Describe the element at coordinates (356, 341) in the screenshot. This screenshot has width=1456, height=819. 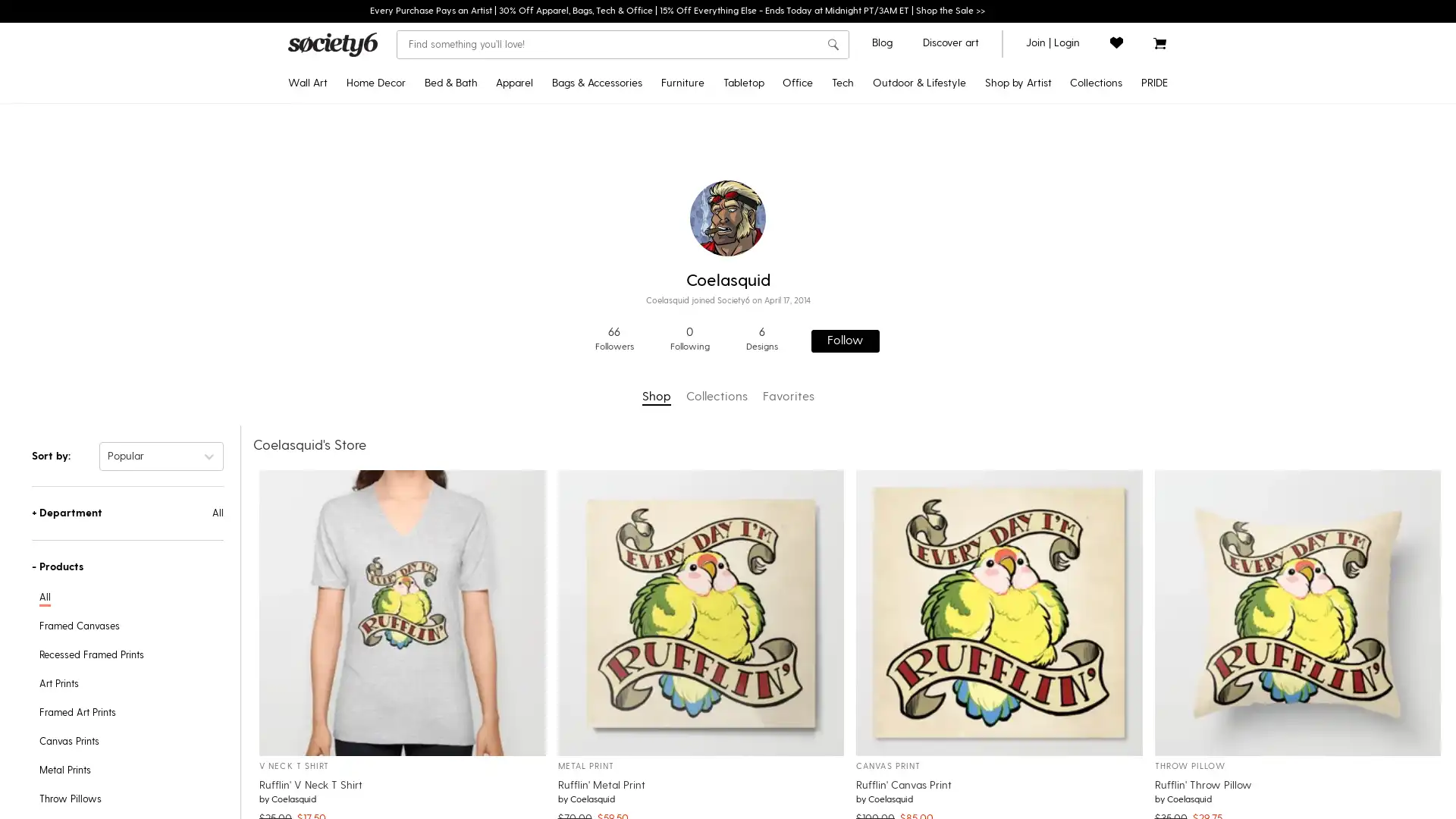
I see `Wall Hangings` at that location.